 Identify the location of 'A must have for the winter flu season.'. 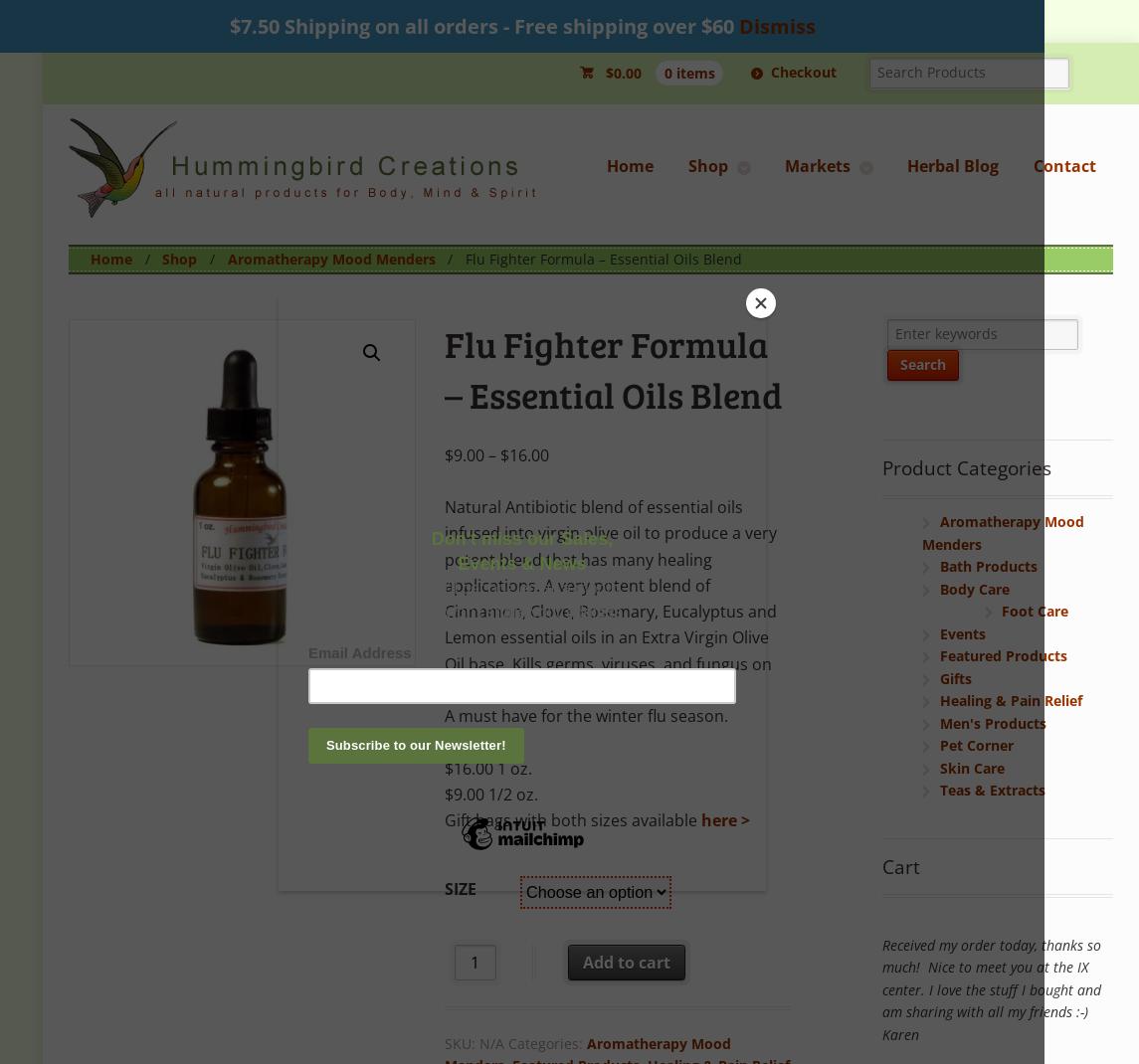
(584, 715).